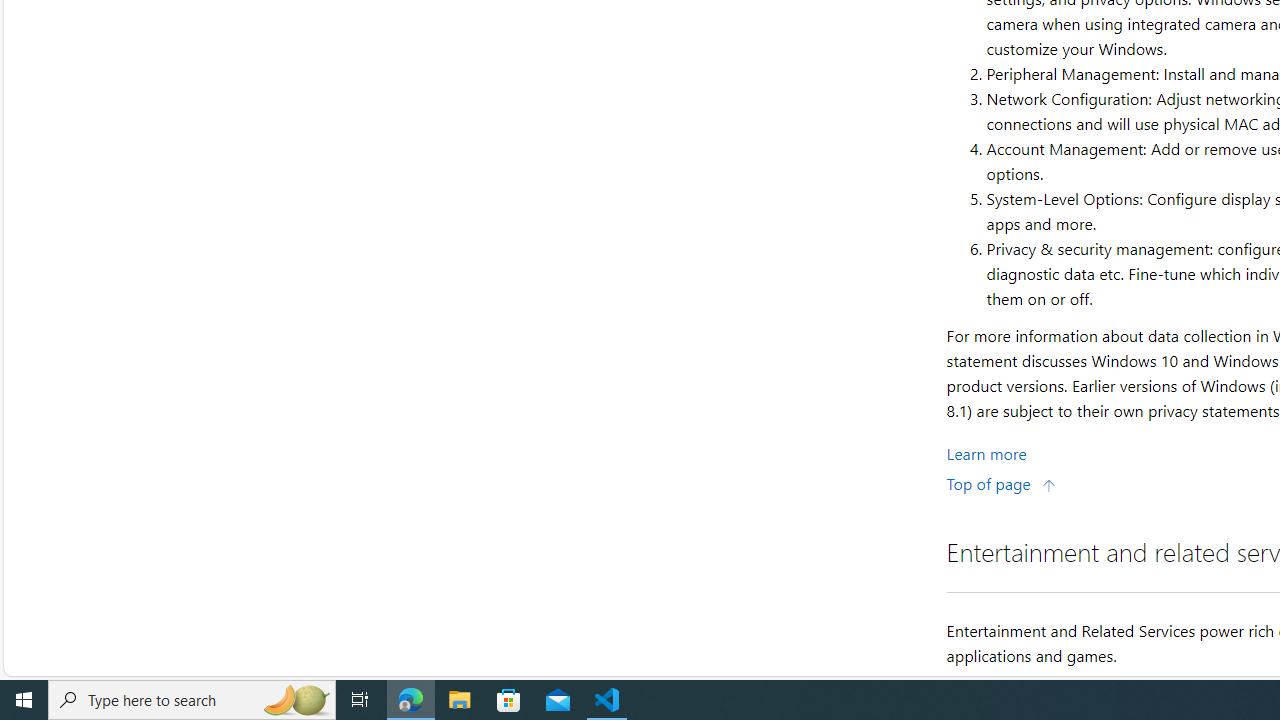  What do you see at coordinates (1001, 483) in the screenshot?
I see `'Top of page'` at bounding box center [1001, 483].